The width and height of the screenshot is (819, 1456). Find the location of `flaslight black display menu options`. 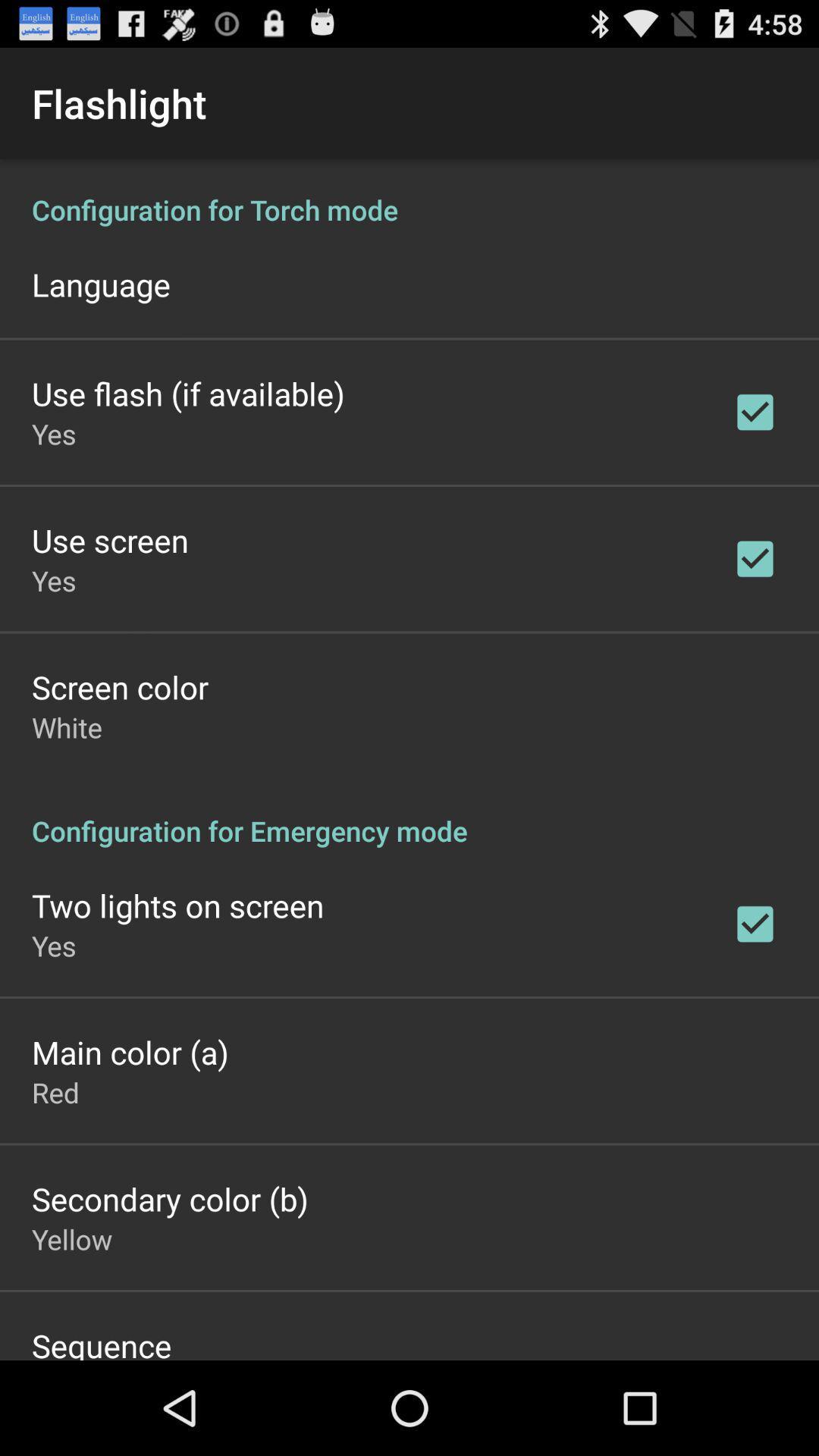

flaslight black display menu options is located at coordinates (409, 760).